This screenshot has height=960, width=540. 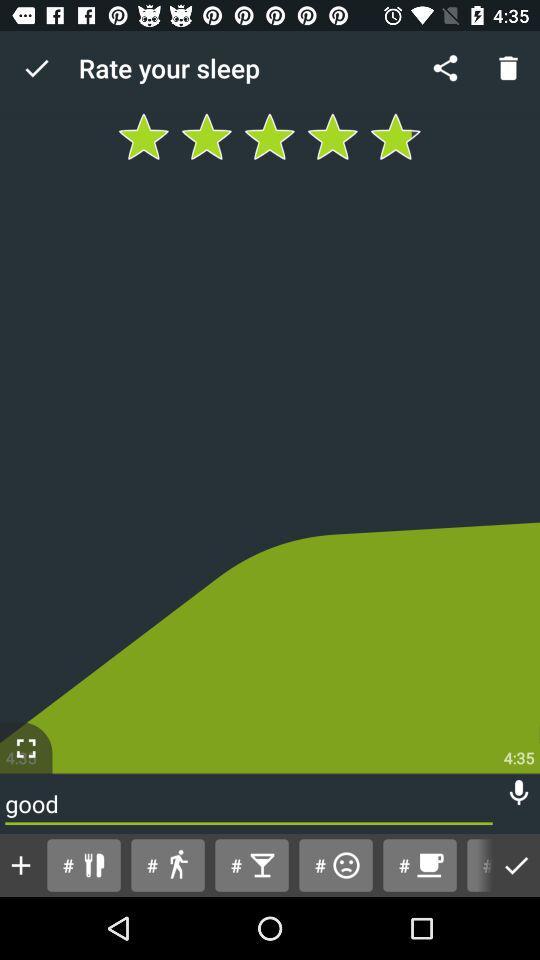 What do you see at coordinates (25, 747) in the screenshot?
I see `enable full screen` at bounding box center [25, 747].